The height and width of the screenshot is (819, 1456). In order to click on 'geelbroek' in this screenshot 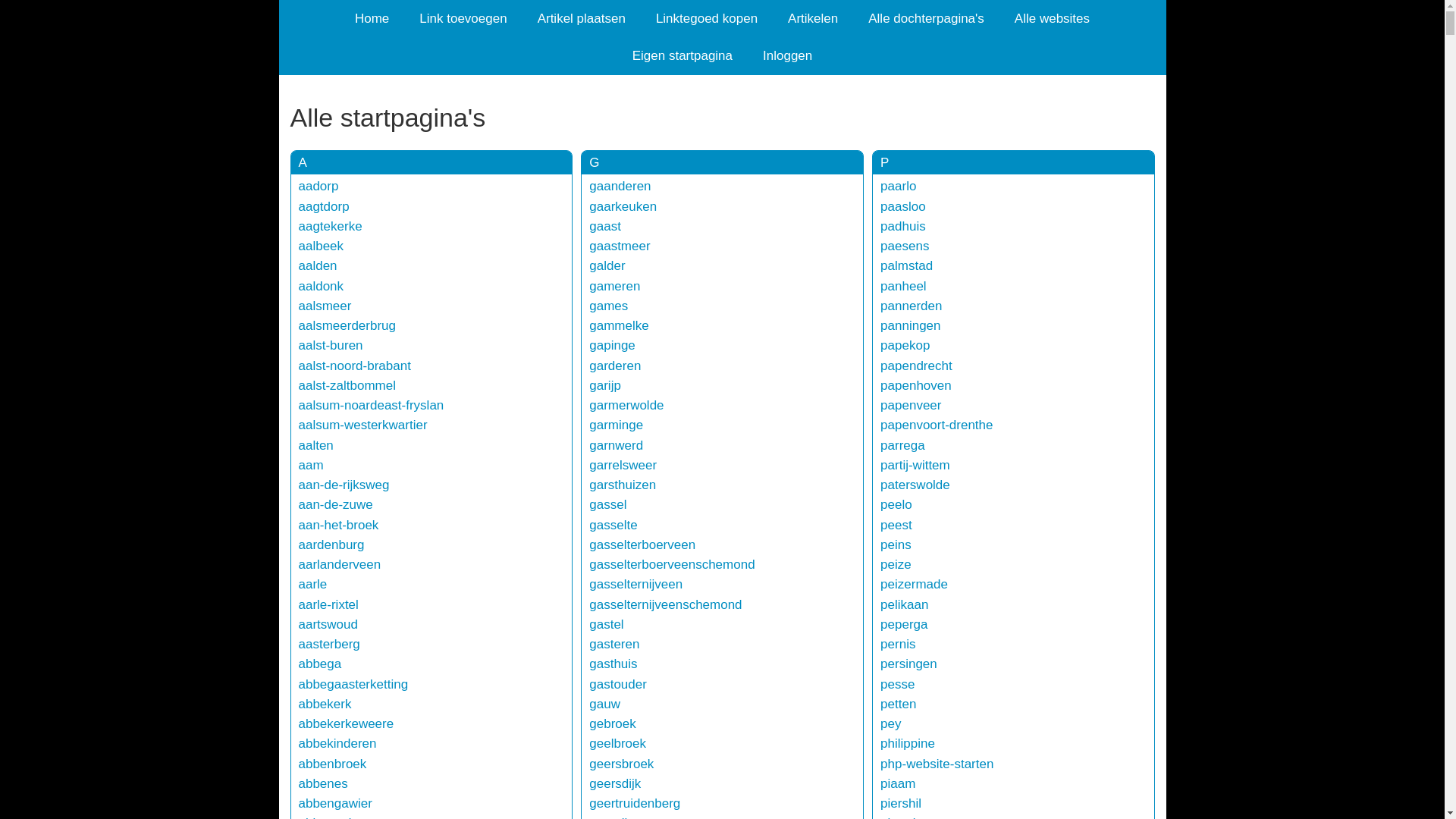, I will do `click(617, 742)`.